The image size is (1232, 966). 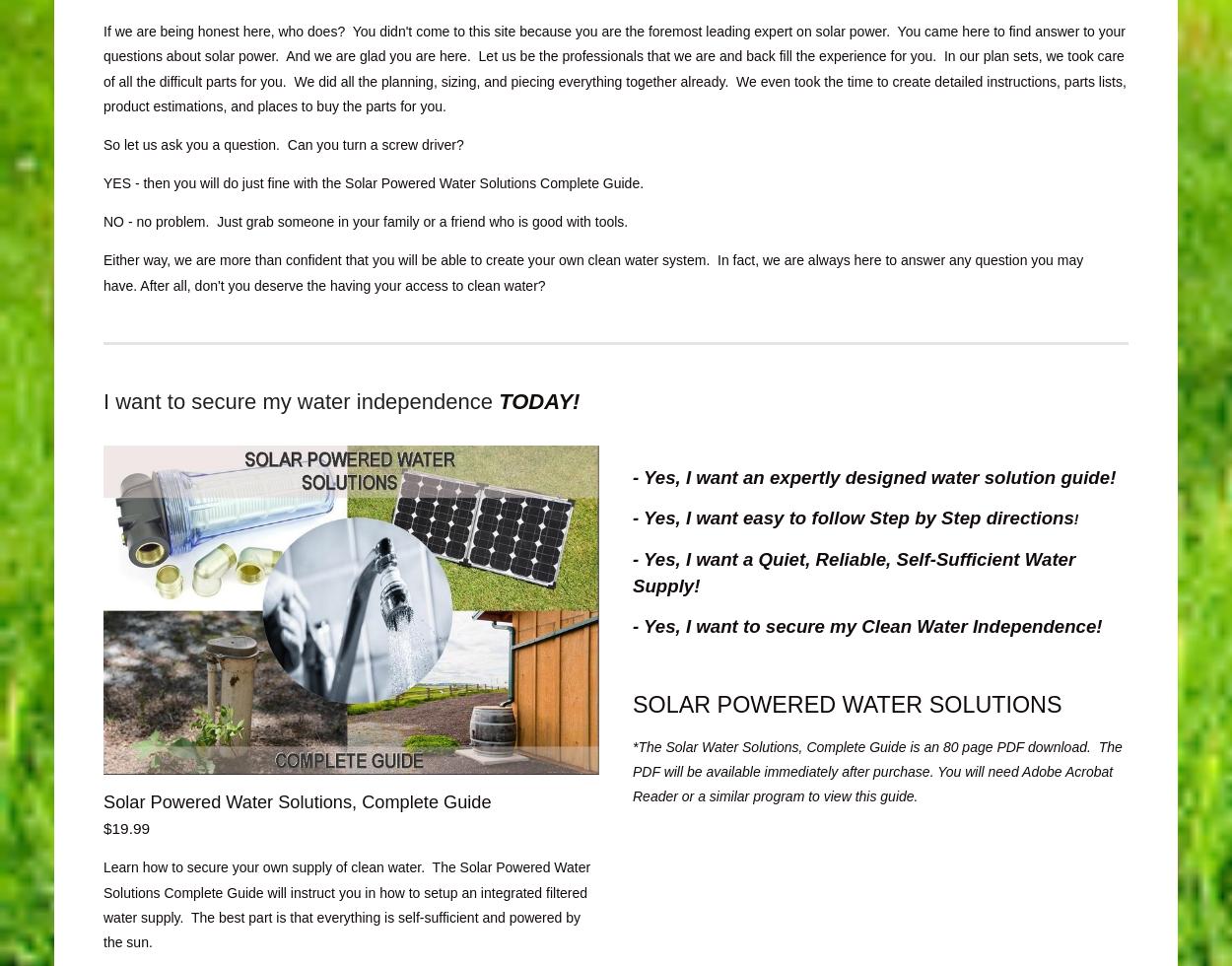 What do you see at coordinates (853, 571) in the screenshot?
I see `'- Yes, I want a Quiet, Reliable, Self-Sufficient Water Supply!'` at bounding box center [853, 571].